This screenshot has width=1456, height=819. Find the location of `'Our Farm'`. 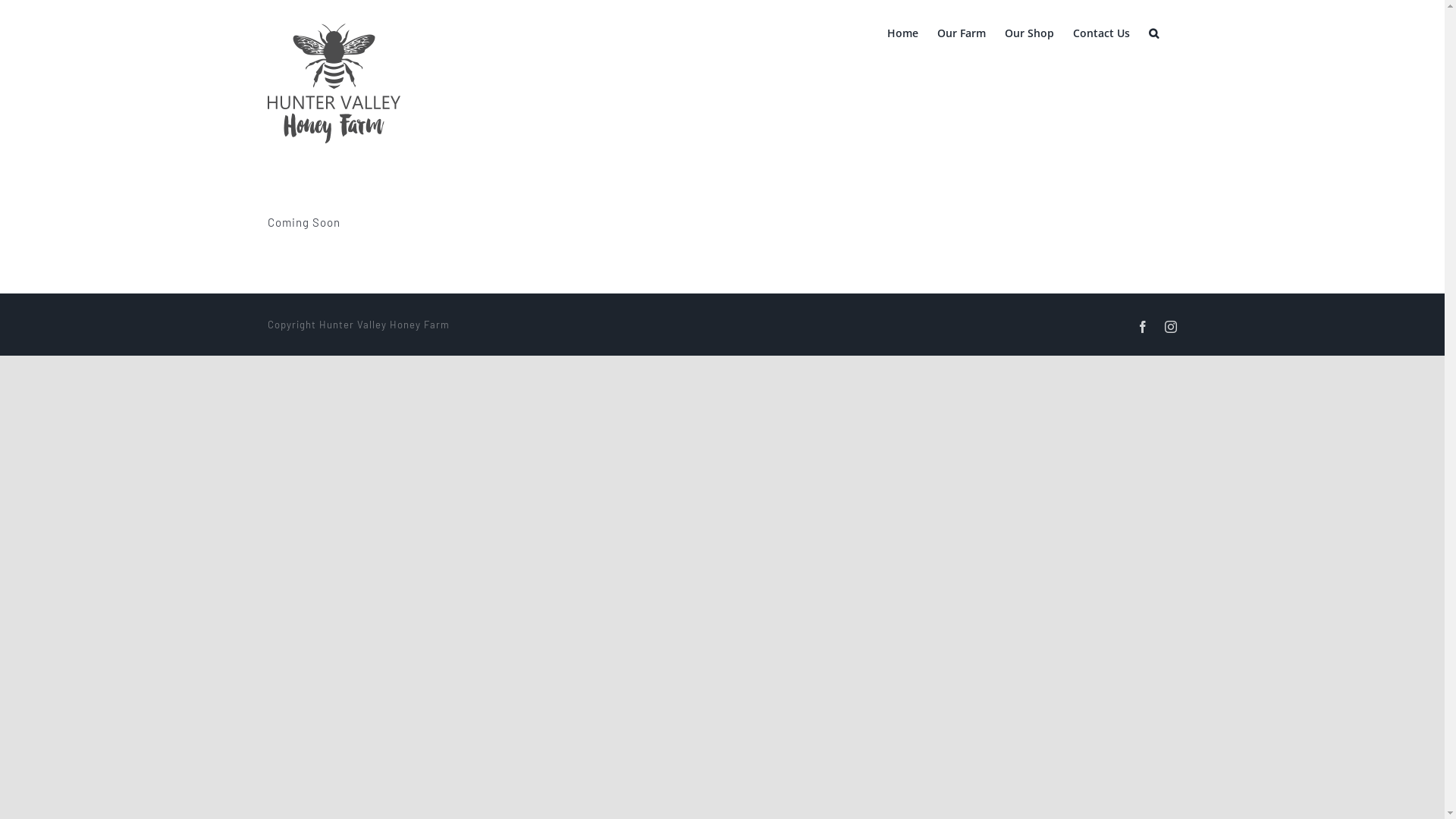

'Our Farm' is located at coordinates (937, 32).